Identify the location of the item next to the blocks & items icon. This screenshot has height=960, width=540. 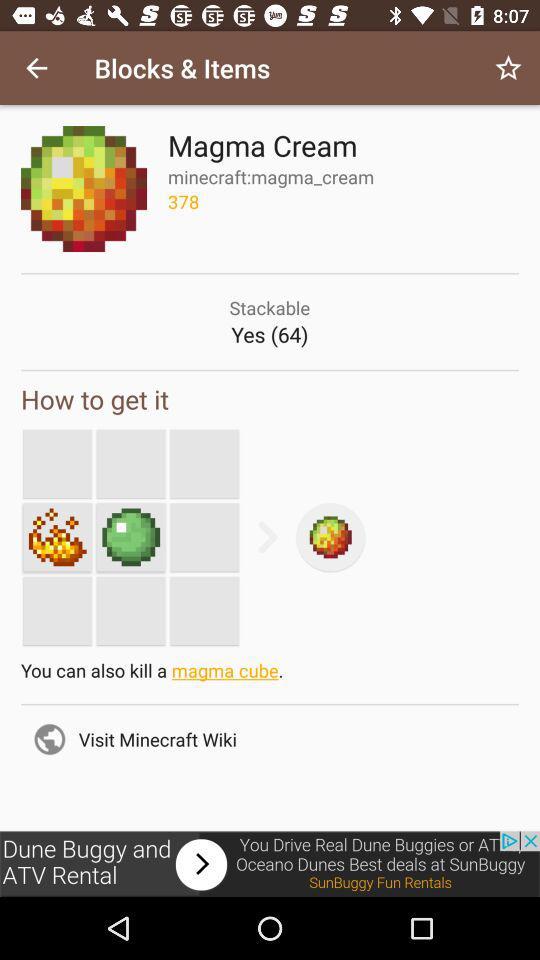
(508, 68).